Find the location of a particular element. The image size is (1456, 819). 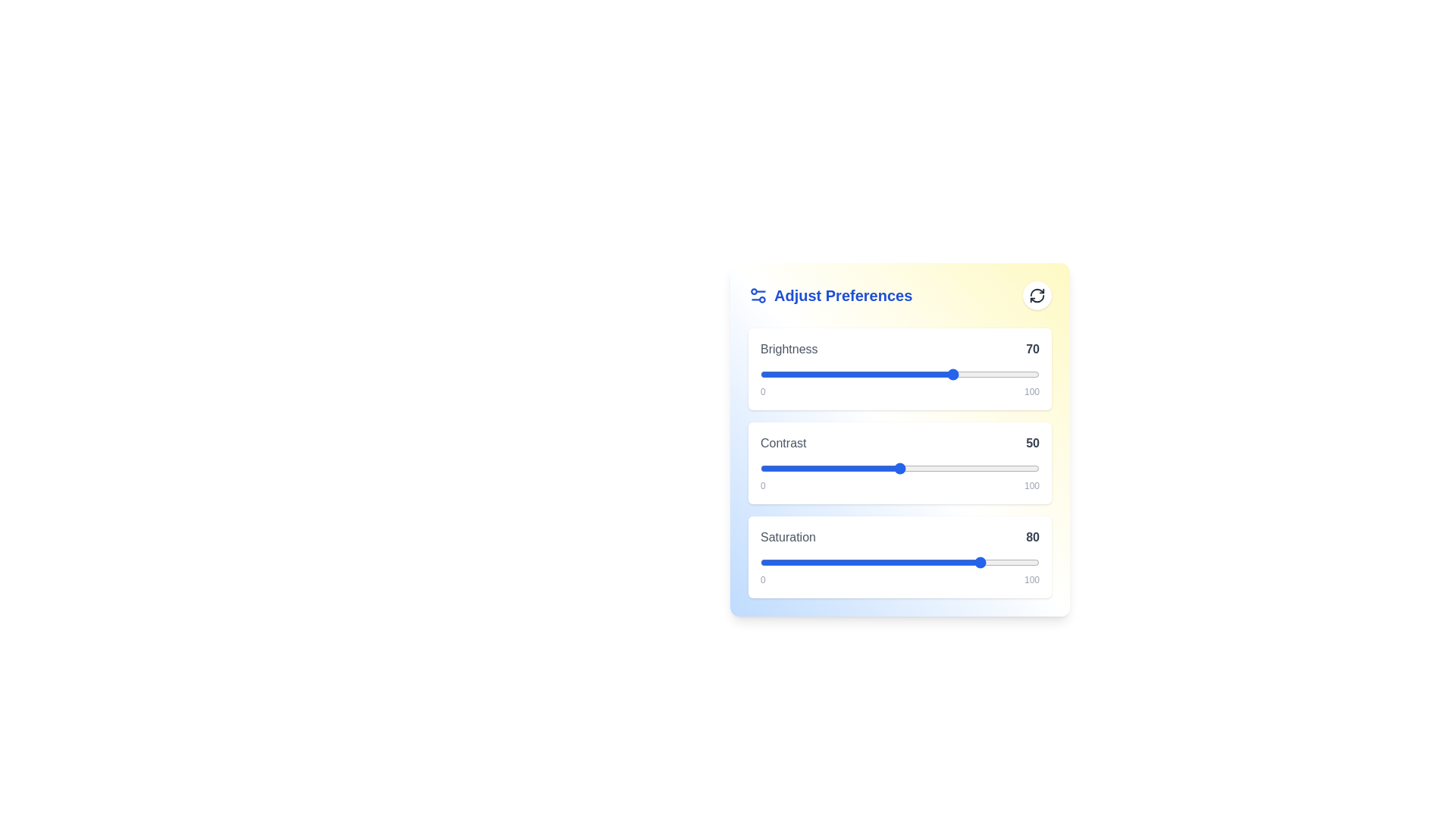

the refresh icon button located at the top-right corner of the 'Adjust Preferences' section is located at coordinates (1037, 295).